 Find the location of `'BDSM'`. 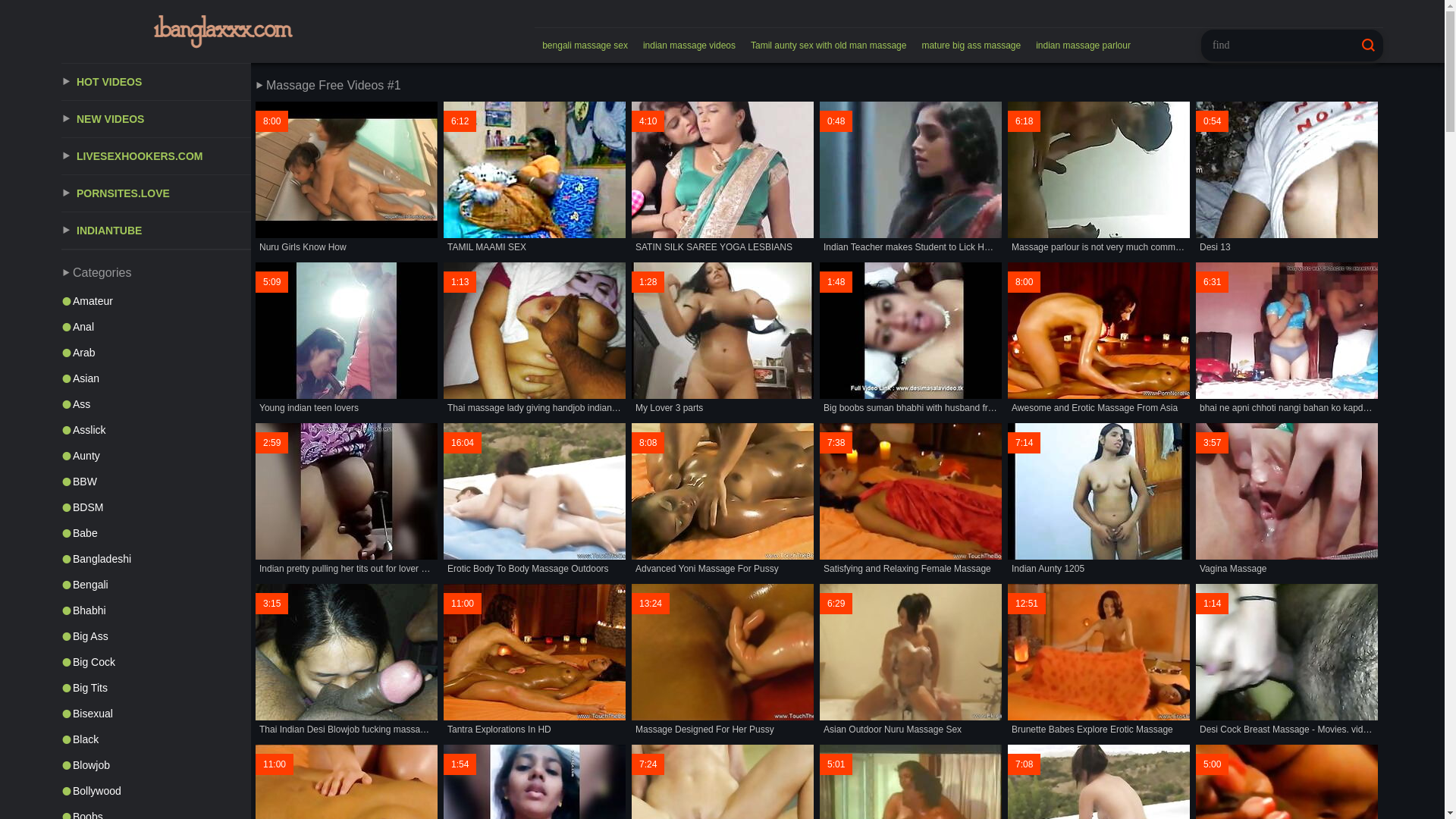

'BDSM' is located at coordinates (156, 507).